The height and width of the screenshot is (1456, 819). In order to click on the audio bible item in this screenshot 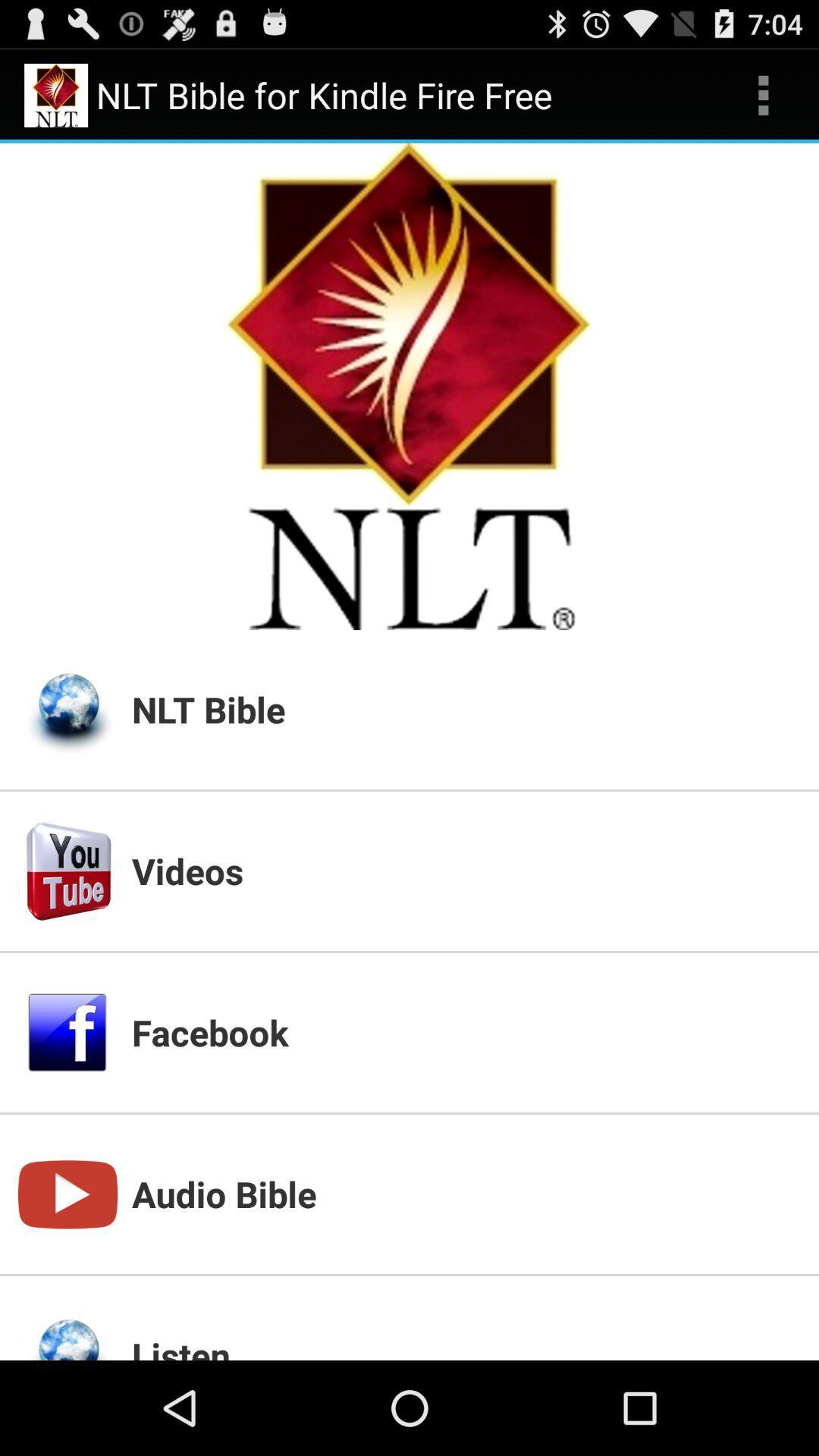, I will do `click(465, 1193)`.